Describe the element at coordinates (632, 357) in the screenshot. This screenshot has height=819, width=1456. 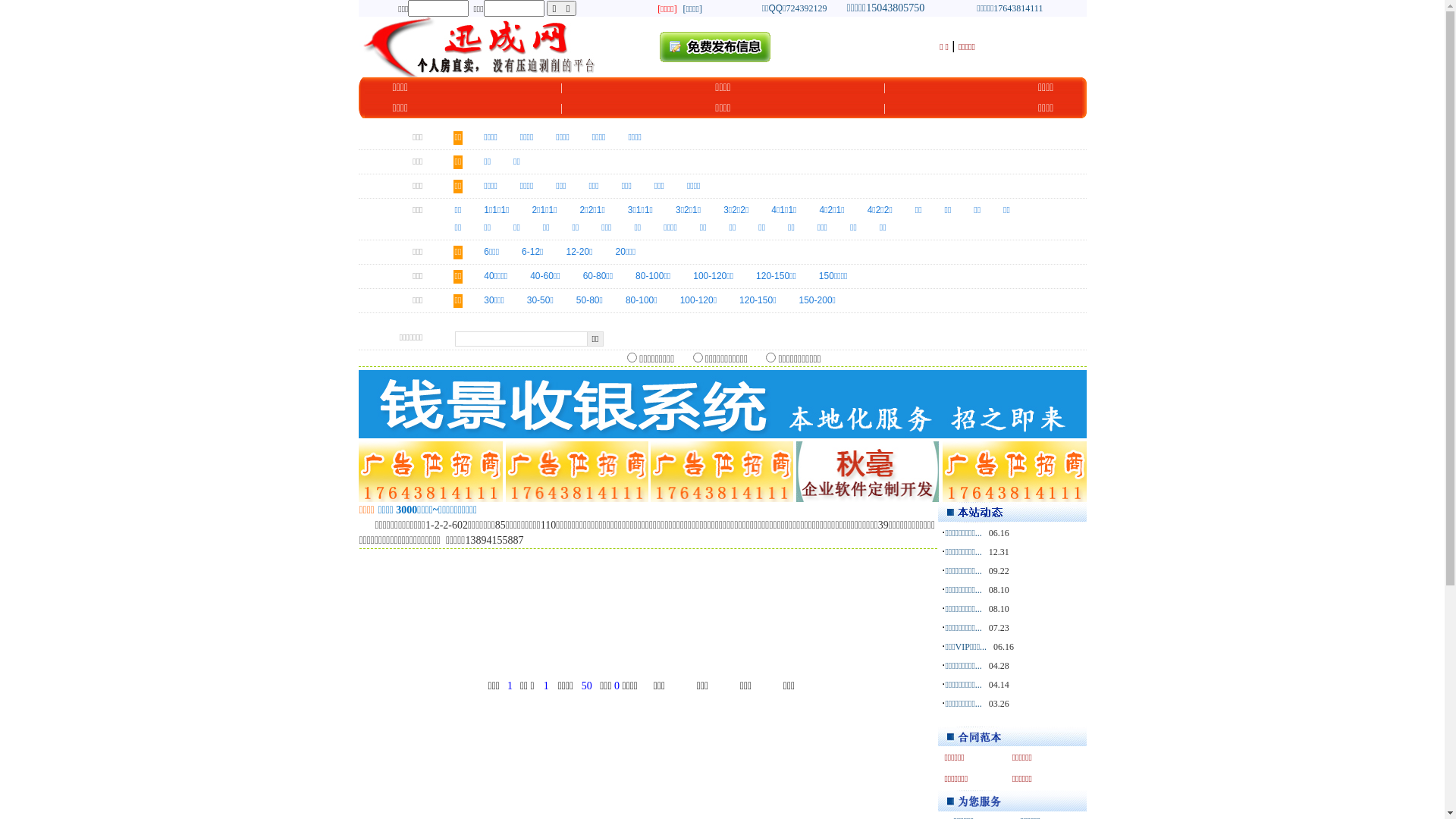
I see `'cb_f2'` at that location.